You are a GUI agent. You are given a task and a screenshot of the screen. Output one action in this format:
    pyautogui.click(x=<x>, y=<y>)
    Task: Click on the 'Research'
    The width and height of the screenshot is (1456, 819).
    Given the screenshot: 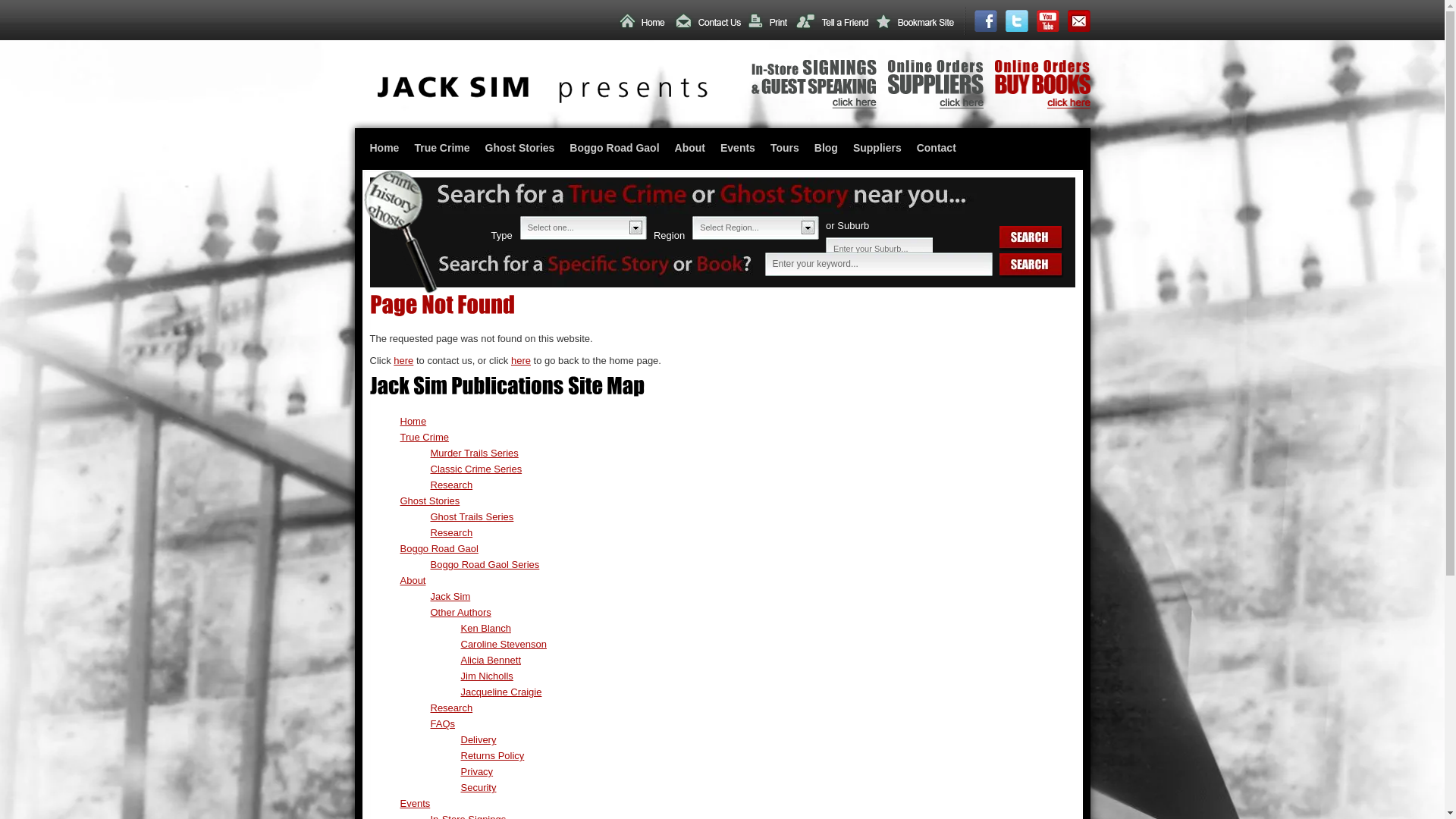 What is the action you would take?
    pyautogui.click(x=450, y=485)
    